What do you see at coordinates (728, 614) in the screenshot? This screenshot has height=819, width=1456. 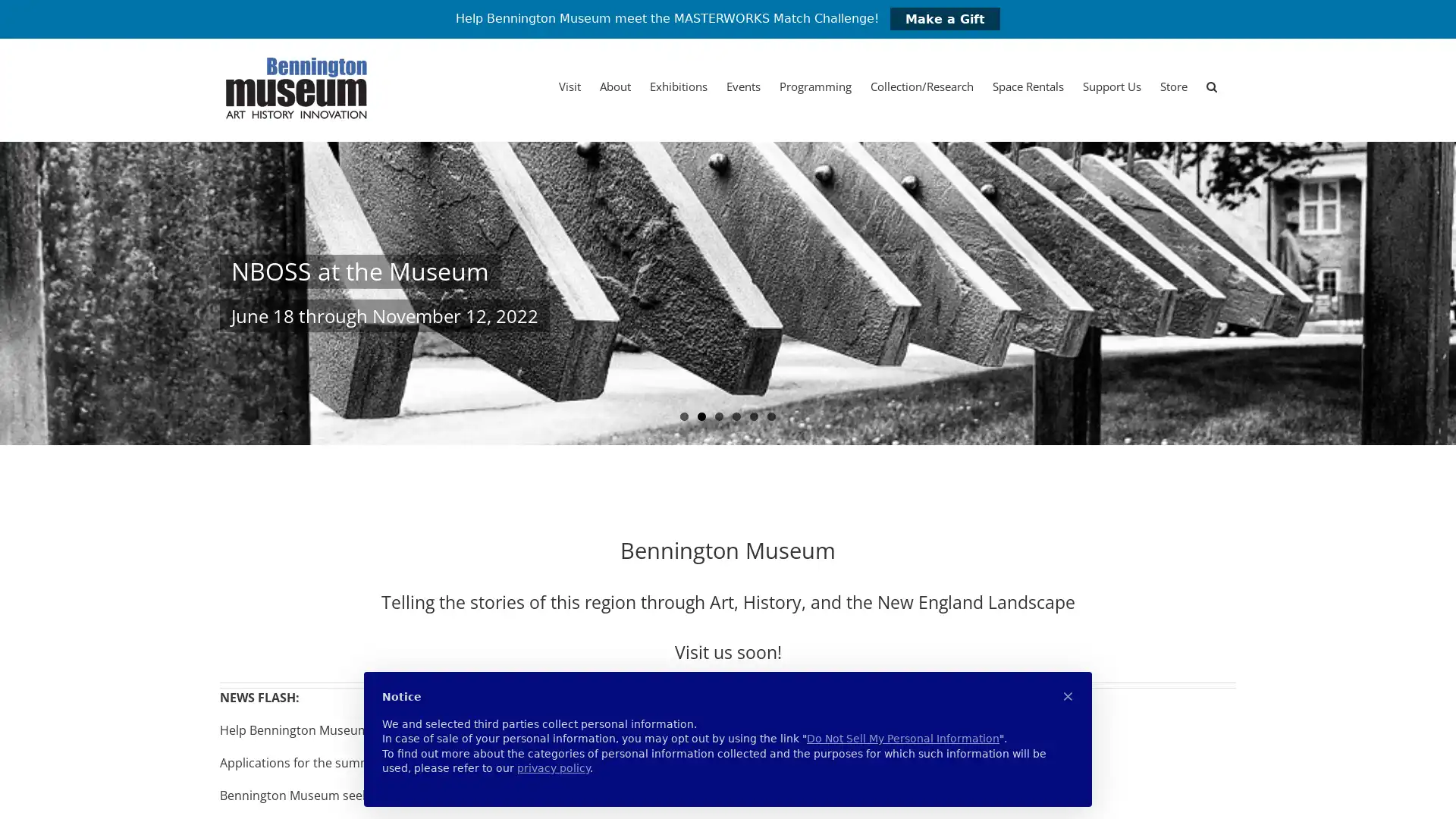 I see `Sign Up!` at bounding box center [728, 614].